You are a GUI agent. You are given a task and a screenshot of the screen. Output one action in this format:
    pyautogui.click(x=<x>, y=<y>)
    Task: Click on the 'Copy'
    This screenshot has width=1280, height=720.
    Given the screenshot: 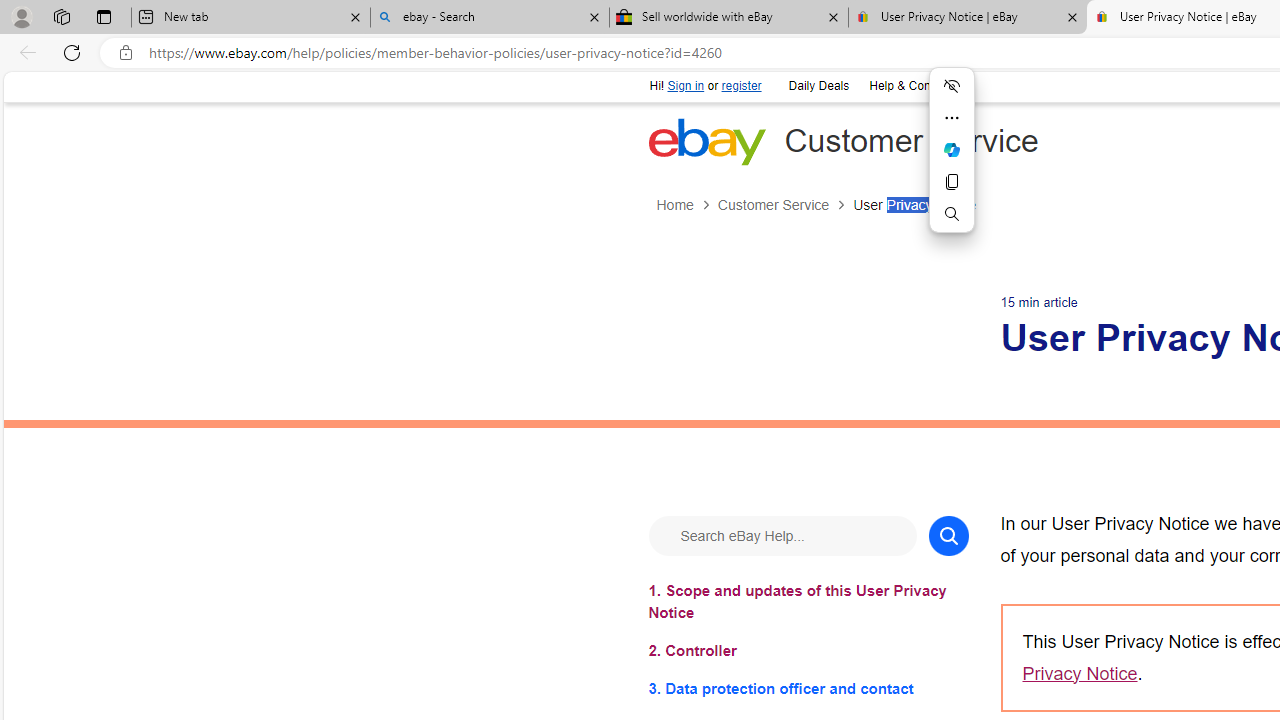 What is the action you would take?
    pyautogui.click(x=951, y=182)
    